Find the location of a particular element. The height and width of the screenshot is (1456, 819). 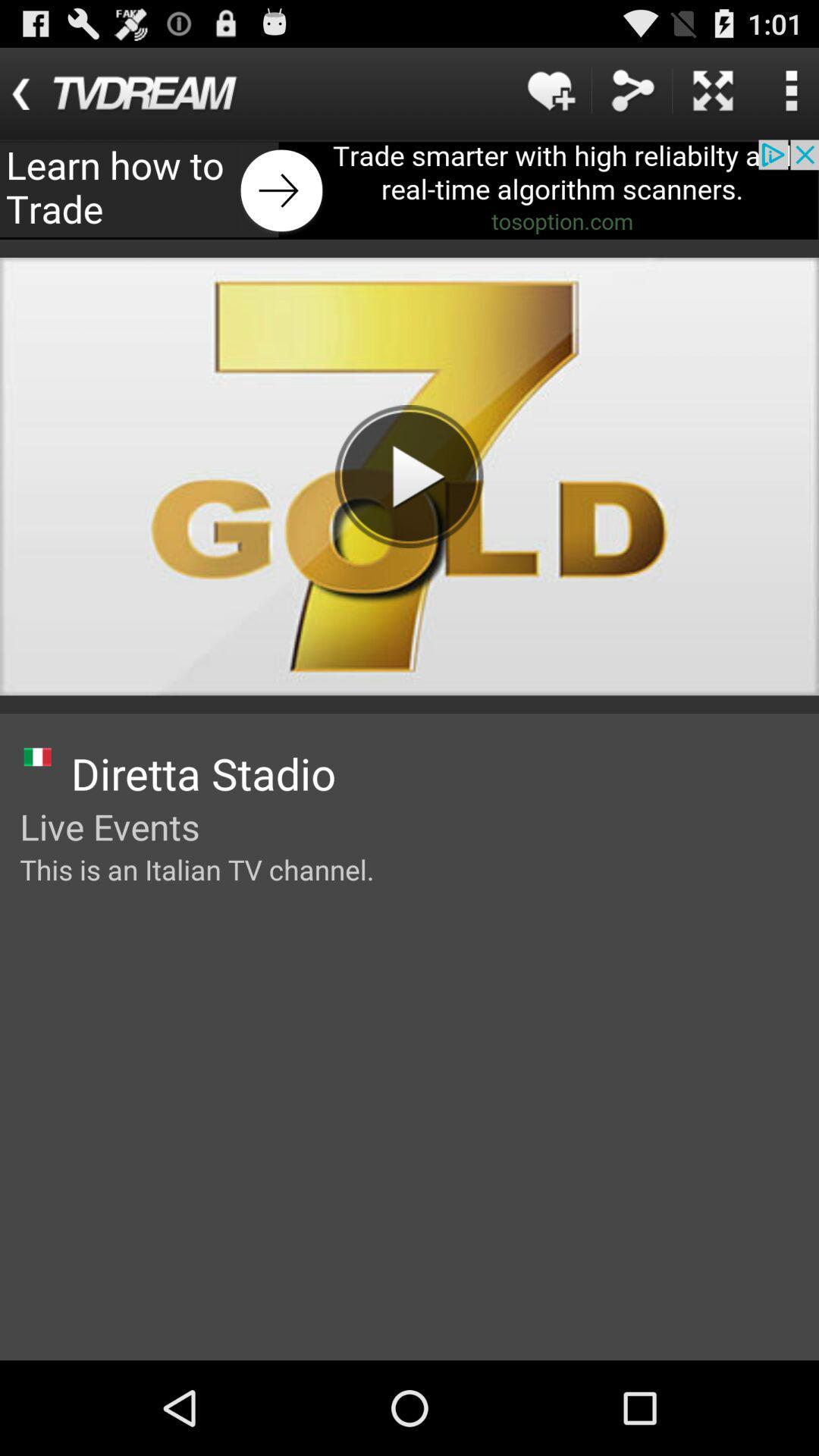

the button which is top right corner of the page is located at coordinates (790, 89).